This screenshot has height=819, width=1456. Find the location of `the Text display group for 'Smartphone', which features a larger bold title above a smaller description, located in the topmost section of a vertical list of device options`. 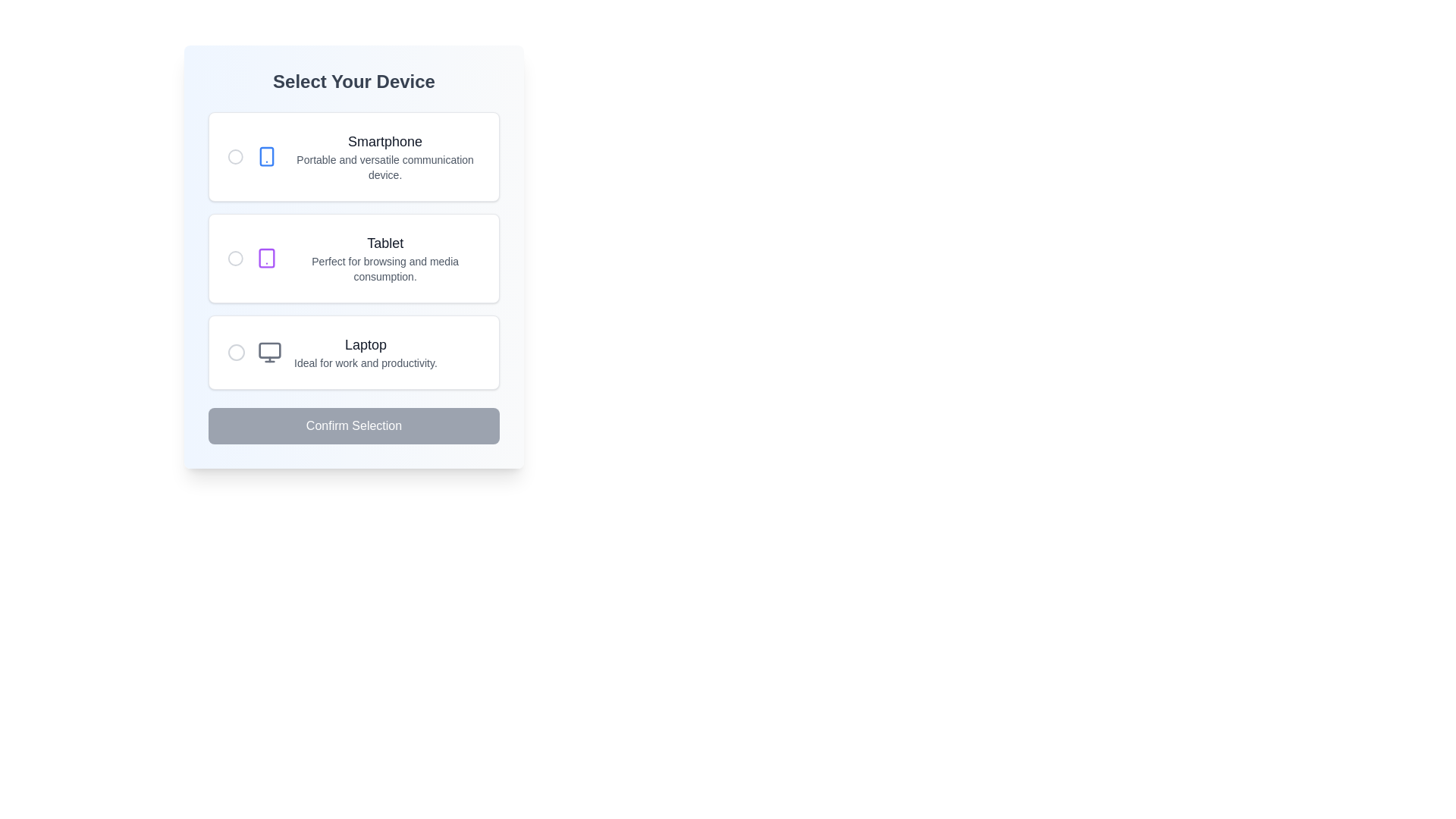

the Text display group for 'Smartphone', which features a larger bold title above a smaller description, located in the topmost section of a vertical list of device options is located at coordinates (385, 157).